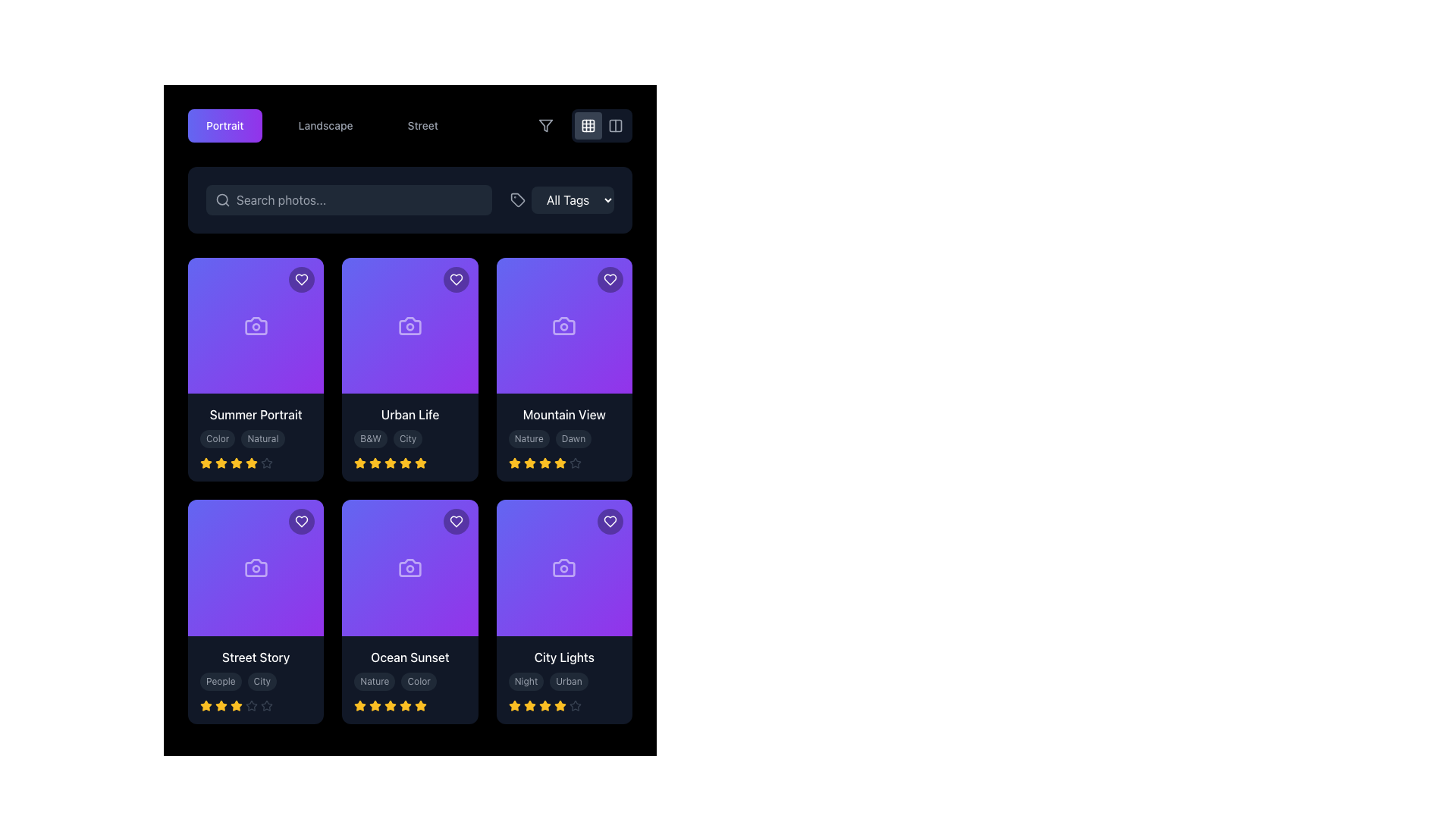  Describe the element at coordinates (615, 124) in the screenshot. I see `the left rectangle inside the grid icon located in the top right corner of the interface` at that location.